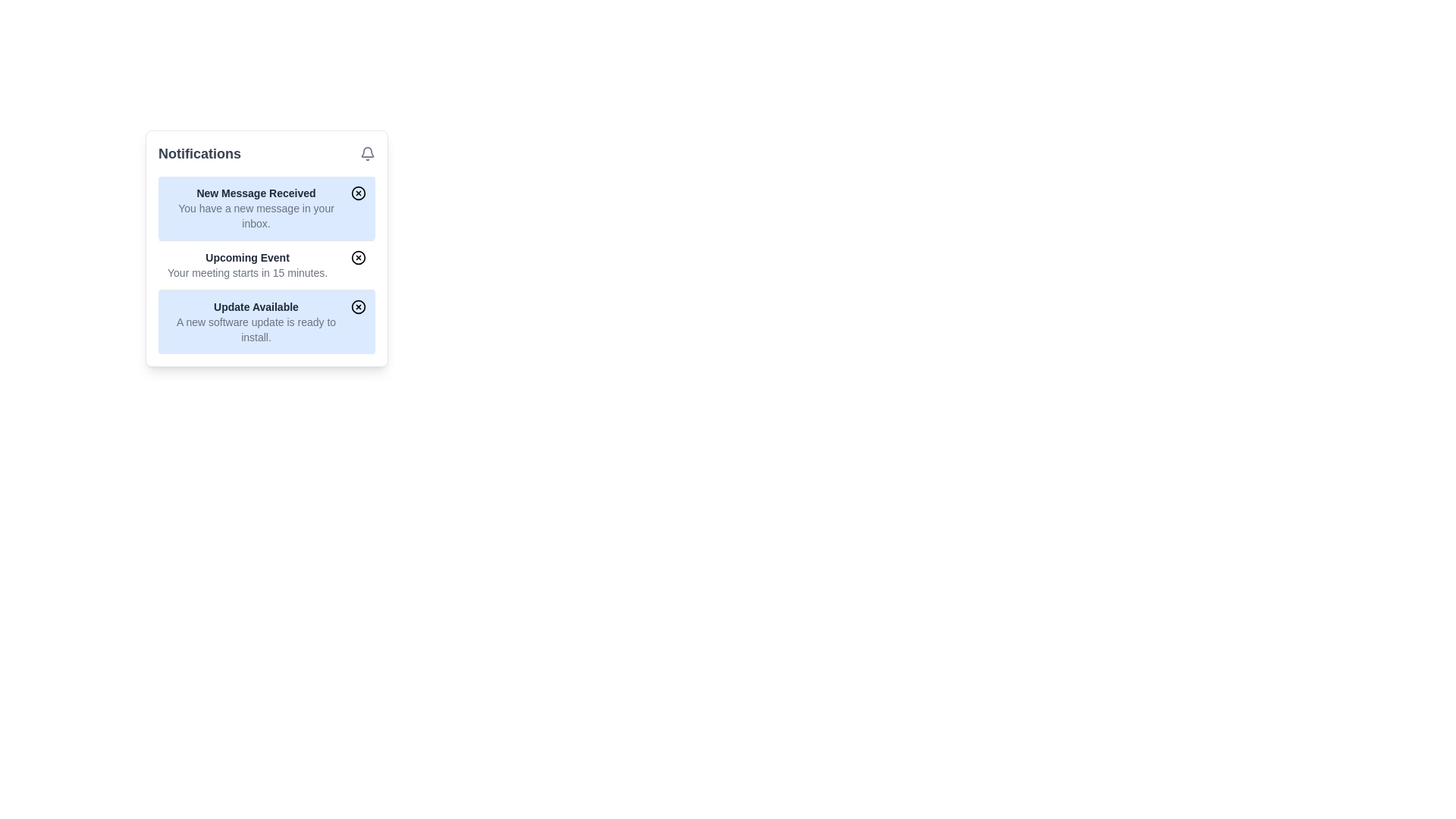  What do you see at coordinates (256, 307) in the screenshot?
I see `the 'Update Available' text label, which is styled in bold with a dark gray color on a light blue background, located in the lower section of the notification panel` at bounding box center [256, 307].